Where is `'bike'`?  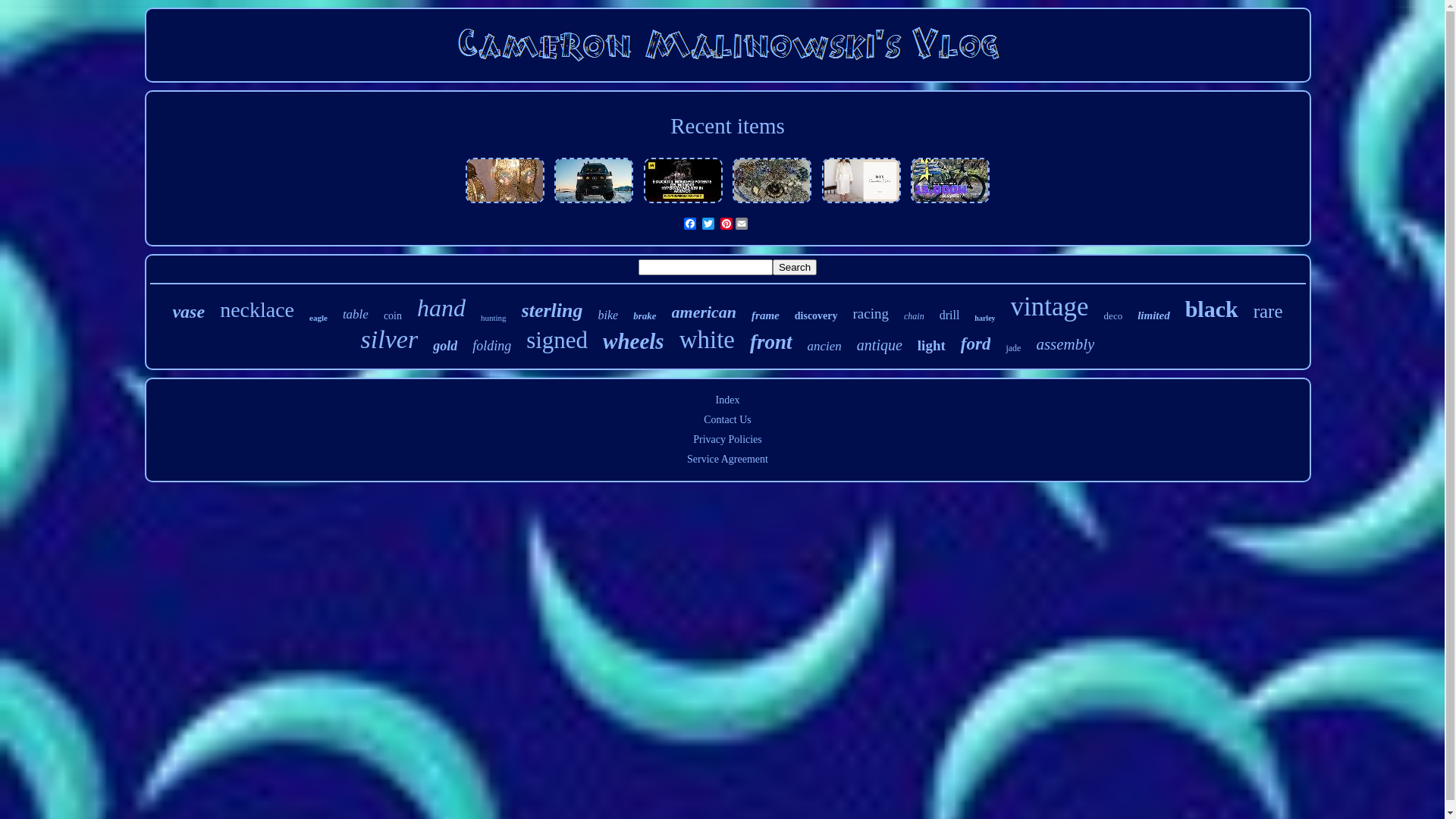 'bike' is located at coordinates (597, 315).